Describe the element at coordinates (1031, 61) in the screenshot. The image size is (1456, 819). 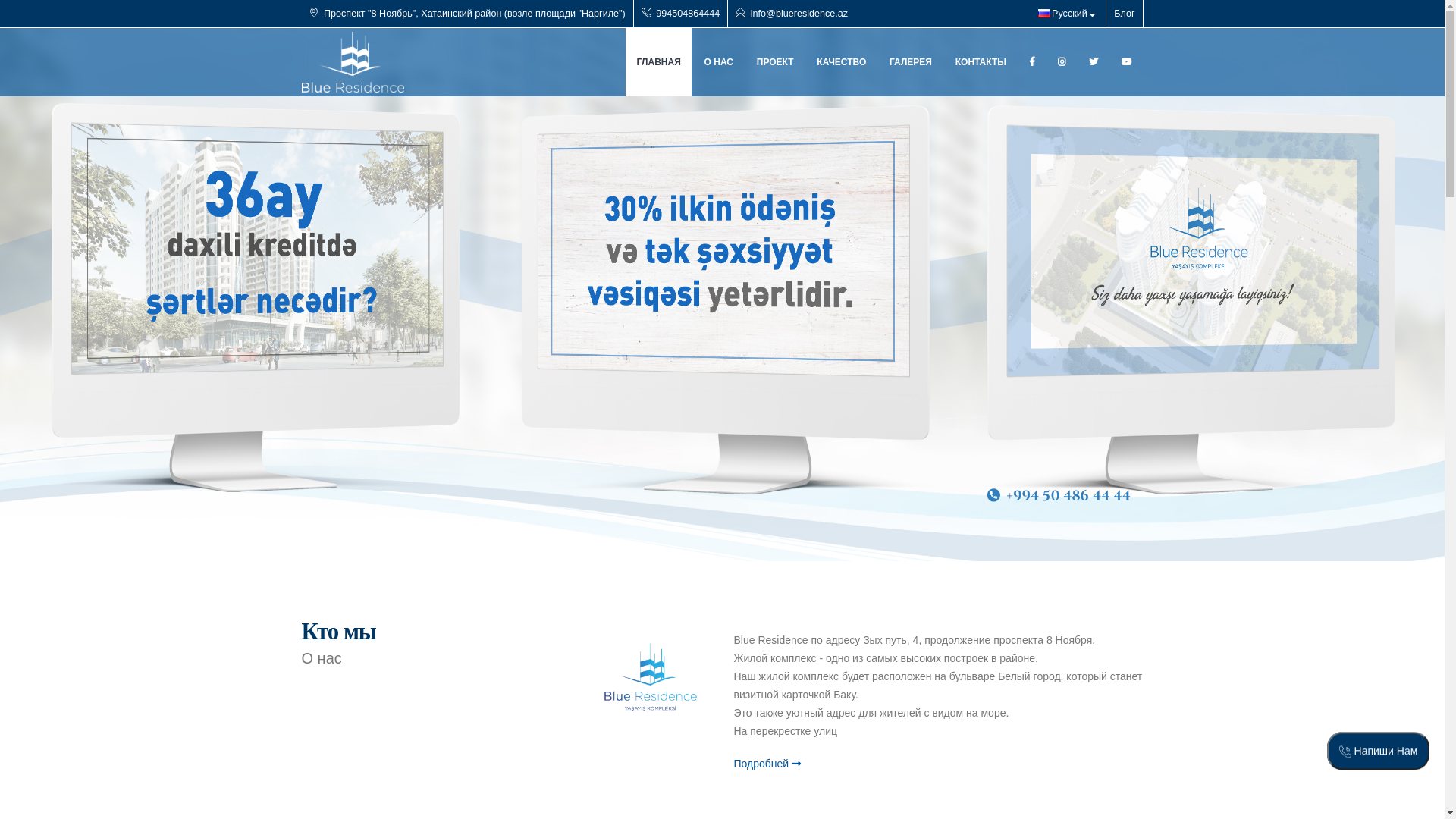
I see `'Facebook'` at that location.